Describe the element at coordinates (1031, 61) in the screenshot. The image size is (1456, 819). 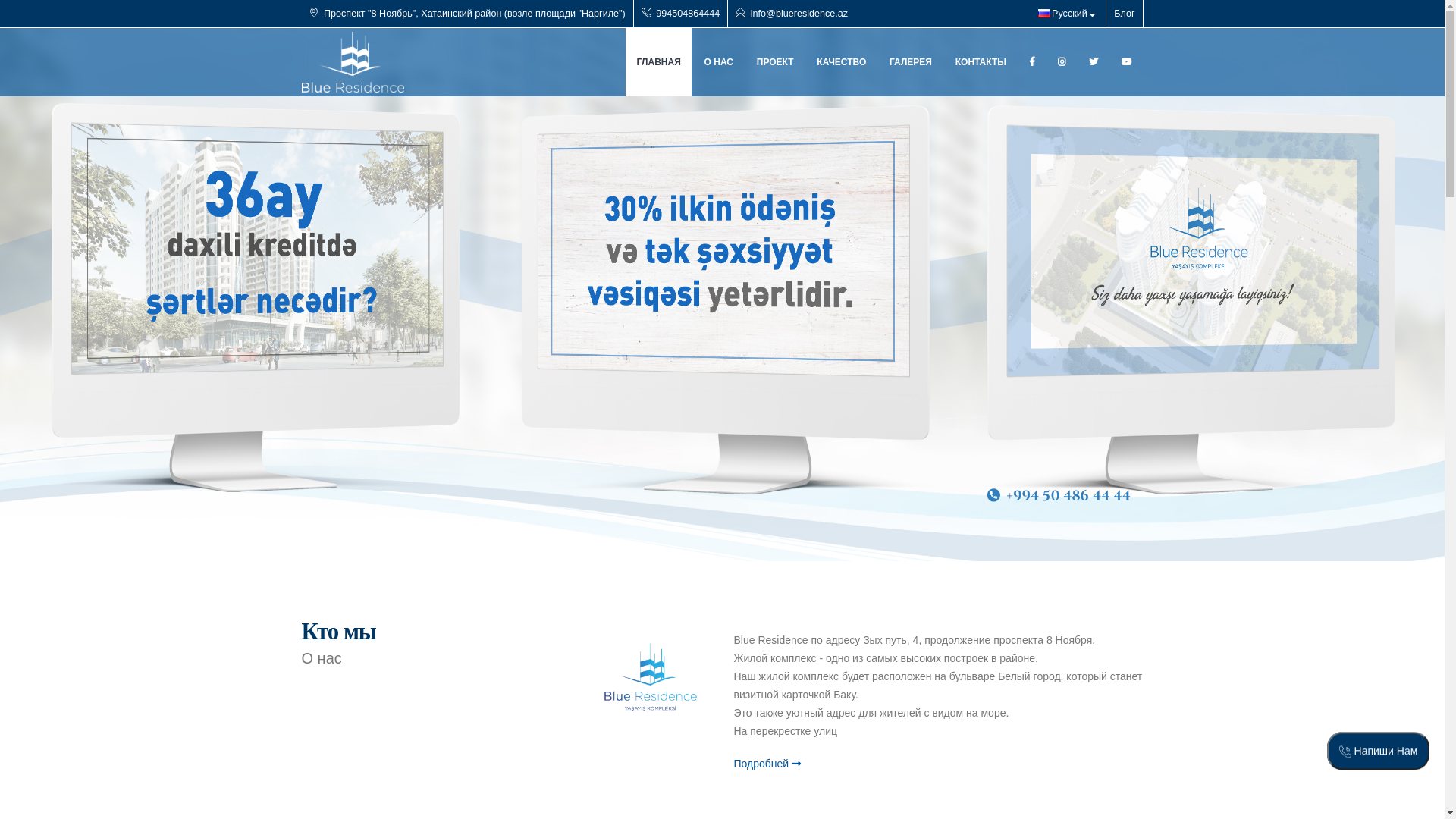
I see `'Facebook'` at that location.